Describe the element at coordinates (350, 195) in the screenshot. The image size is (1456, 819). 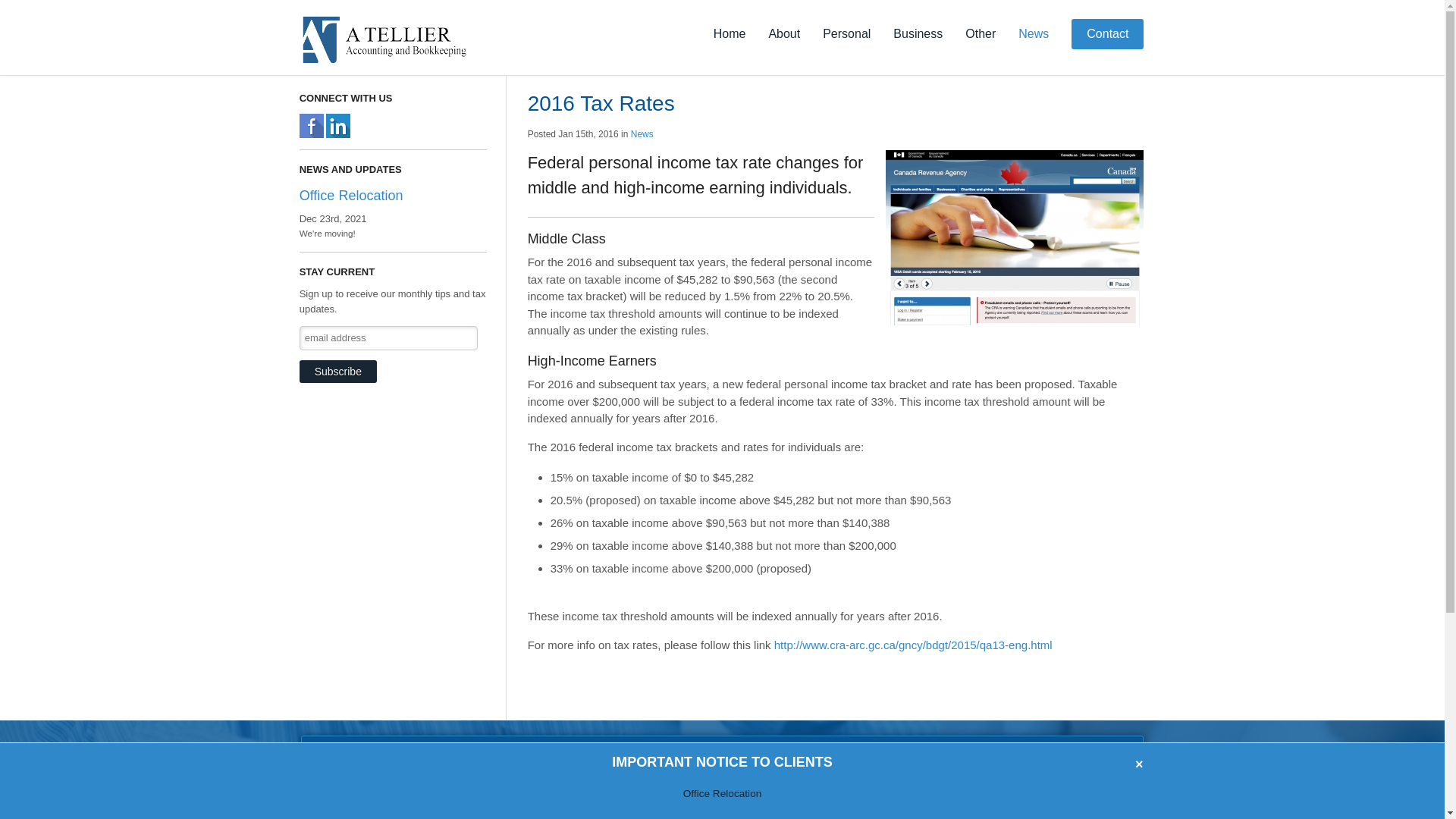
I see `'Office Relocation'` at that location.